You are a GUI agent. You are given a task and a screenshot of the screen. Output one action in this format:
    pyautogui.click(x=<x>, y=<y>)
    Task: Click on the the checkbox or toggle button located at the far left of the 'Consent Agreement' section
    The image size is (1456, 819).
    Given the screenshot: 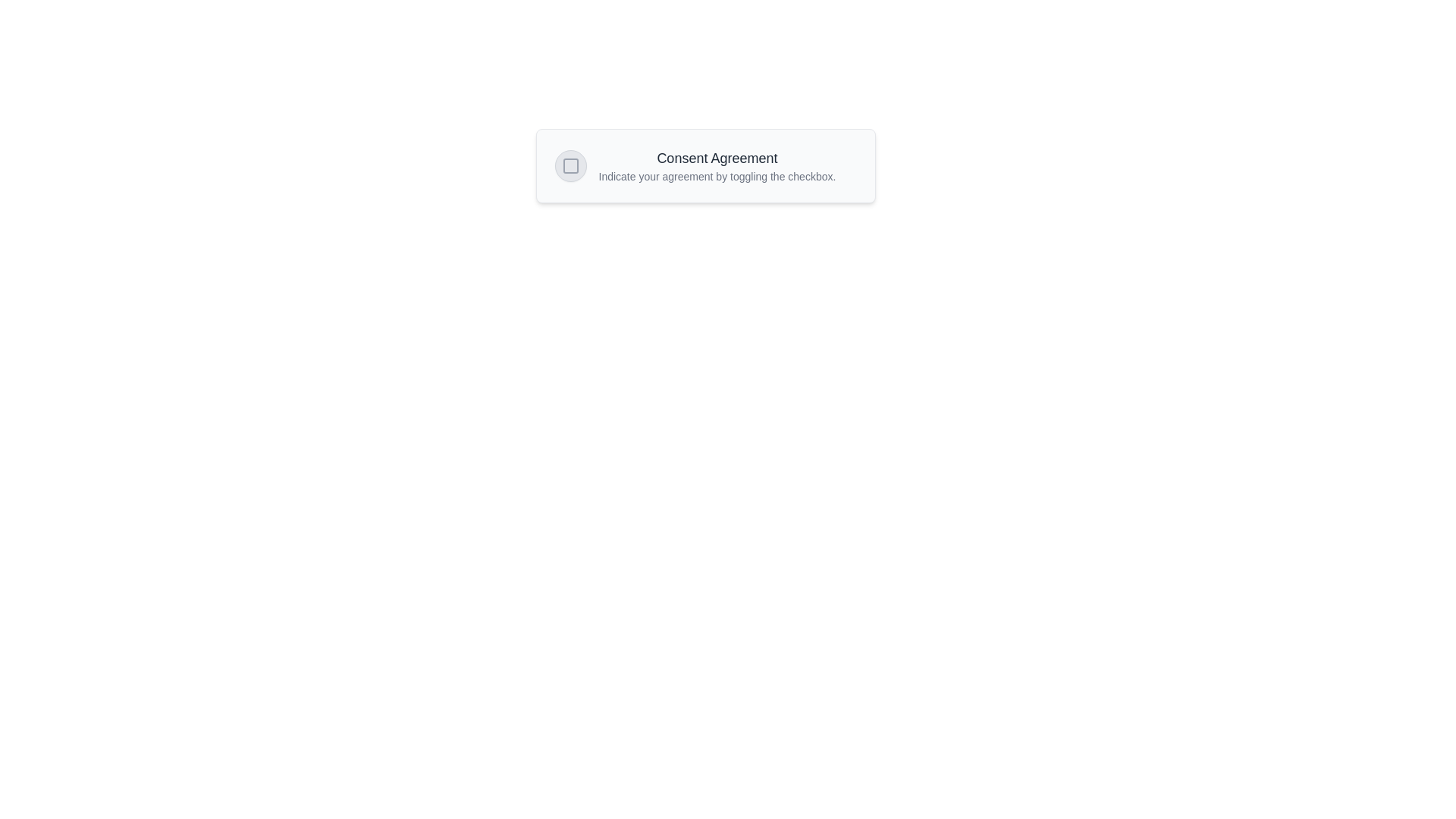 What is the action you would take?
    pyautogui.click(x=570, y=166)
    